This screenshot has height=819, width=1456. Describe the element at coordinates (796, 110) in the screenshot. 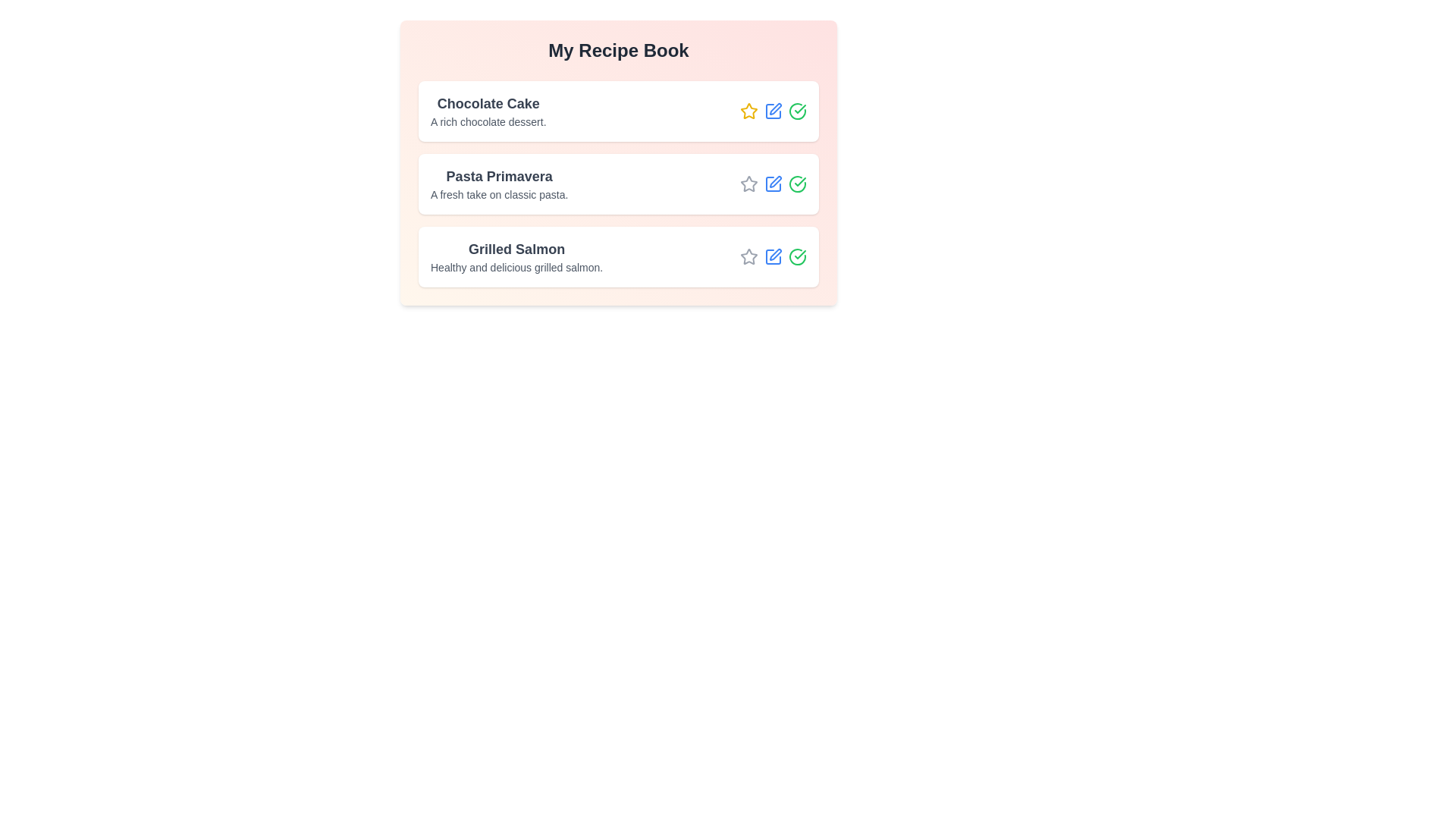

I see `checkmark icon for the recipe titled Chocolate Cake to mark it as completed` at that location.